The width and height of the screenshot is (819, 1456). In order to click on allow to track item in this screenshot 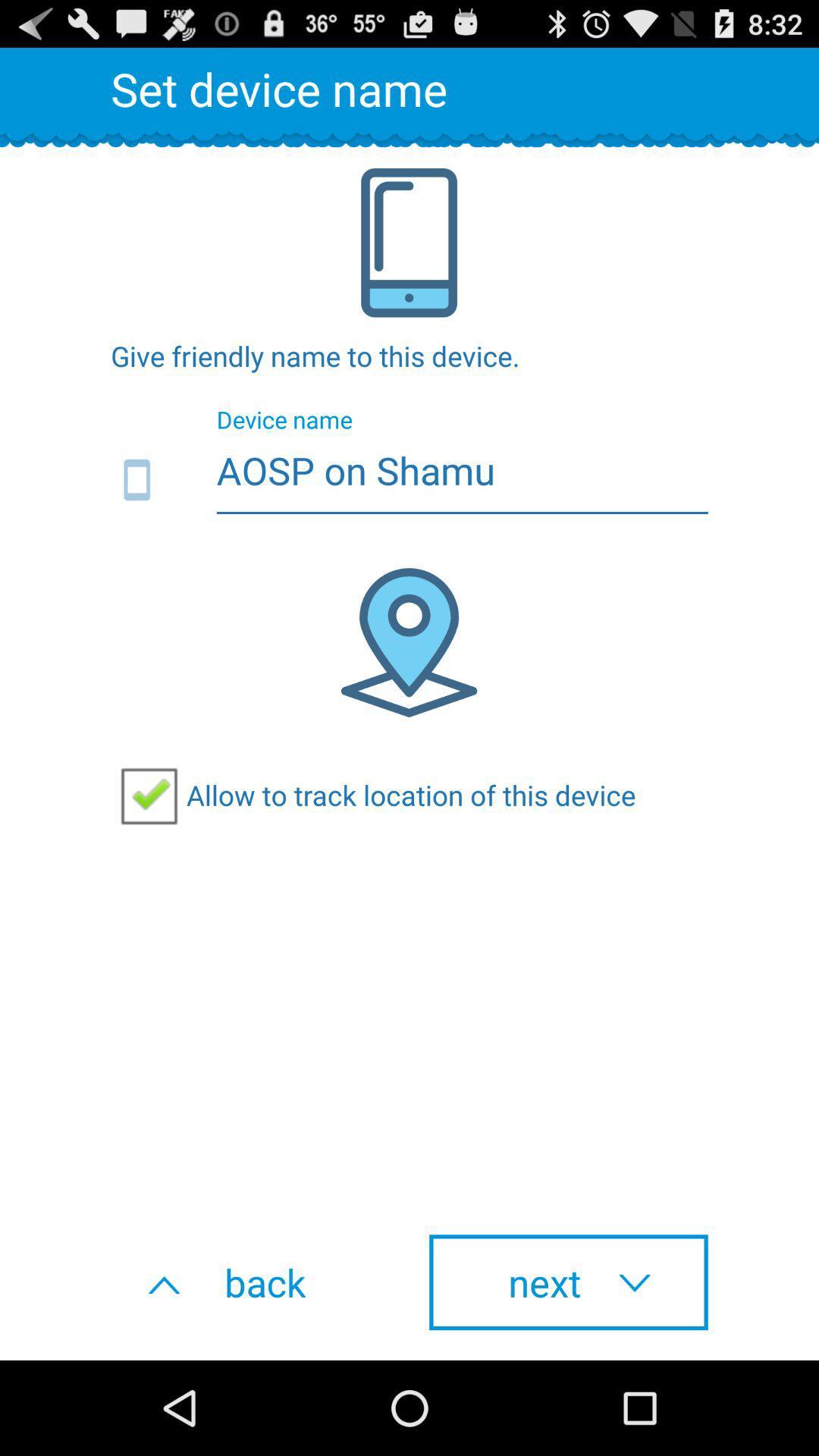, I will do `click(373, 794)`.